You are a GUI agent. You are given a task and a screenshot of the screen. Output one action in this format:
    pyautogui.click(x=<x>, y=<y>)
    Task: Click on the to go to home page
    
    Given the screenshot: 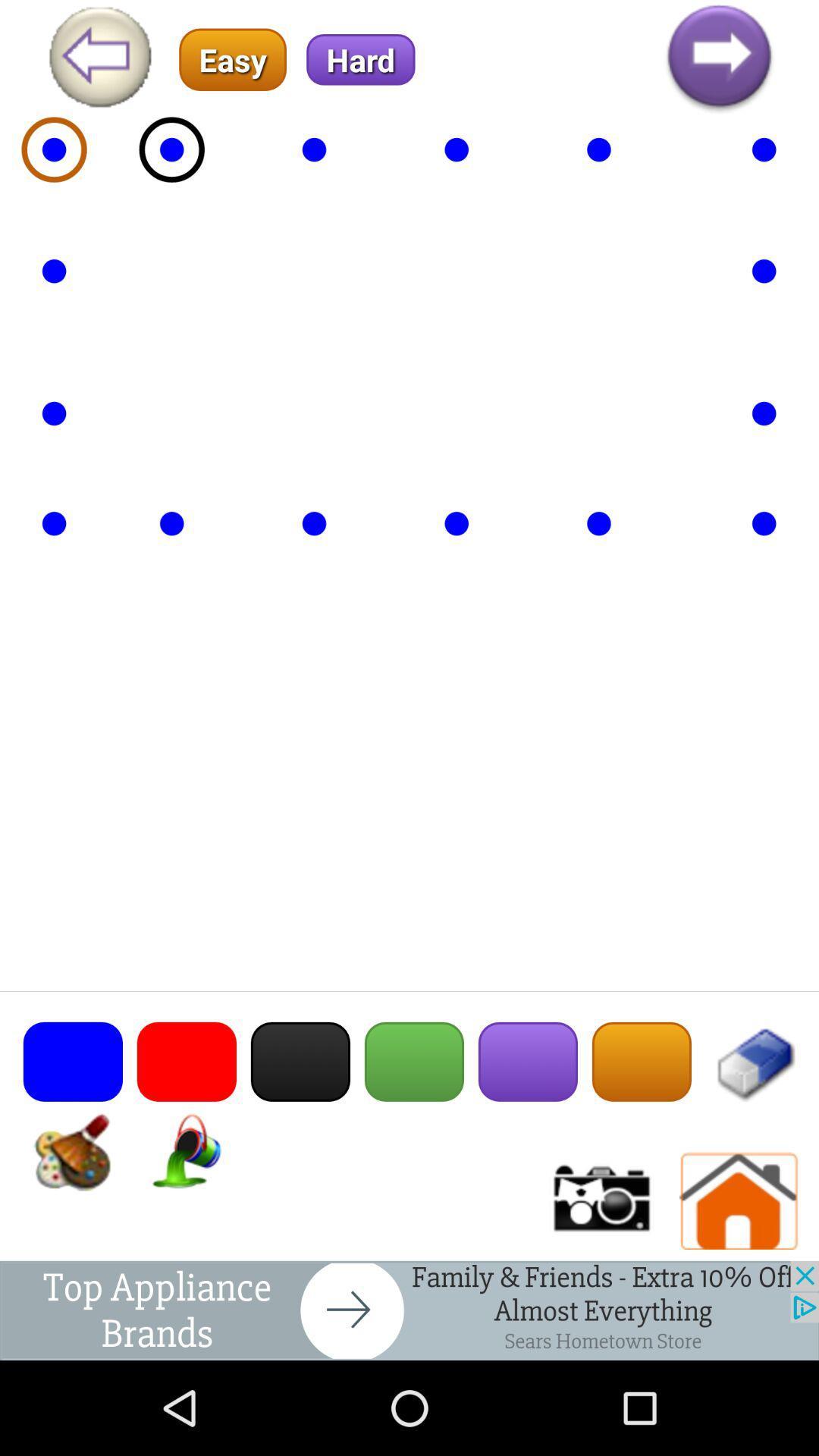 What is the action you would take?
    pyautogui.click(x=739, y=1200)
    